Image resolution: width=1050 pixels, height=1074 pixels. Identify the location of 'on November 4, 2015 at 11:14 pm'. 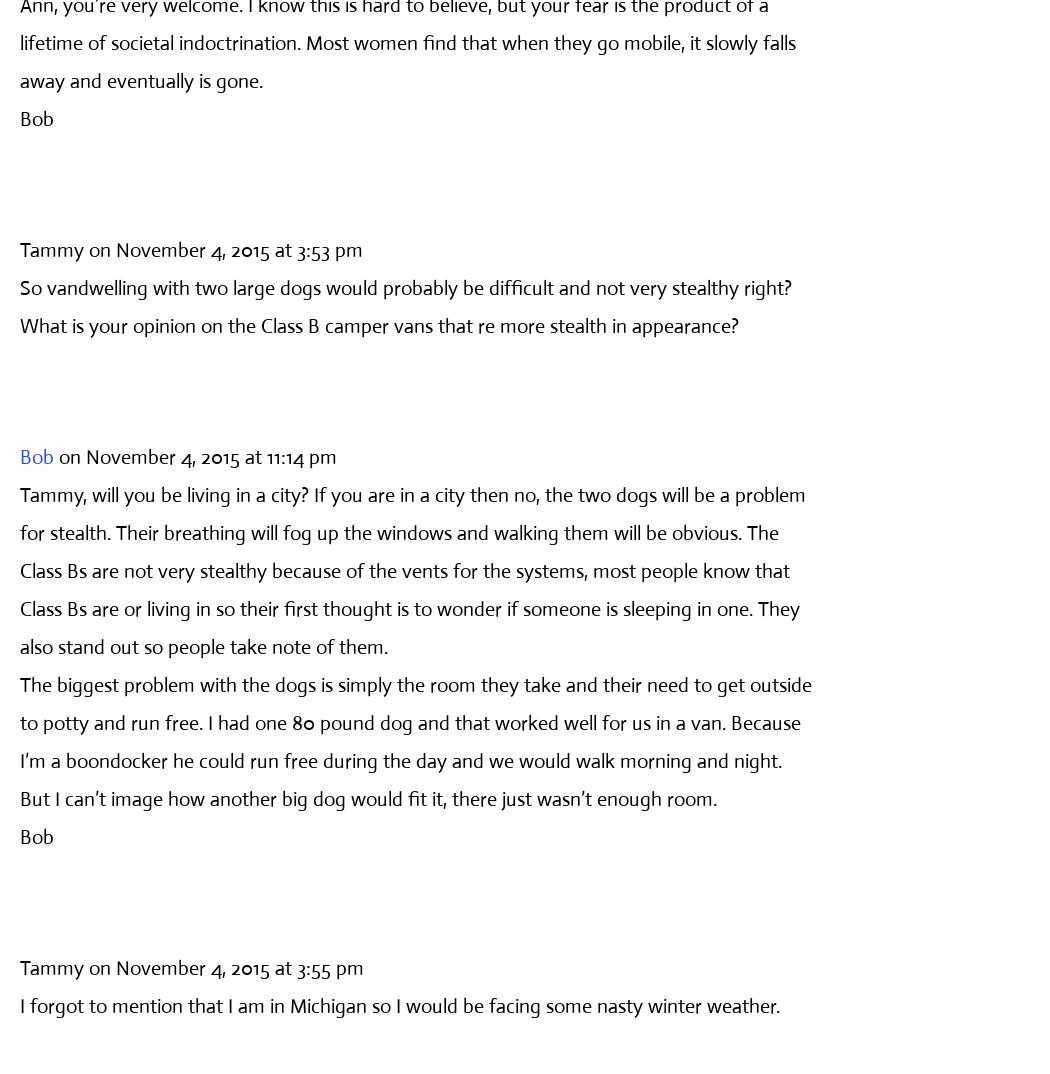
(197, 455).